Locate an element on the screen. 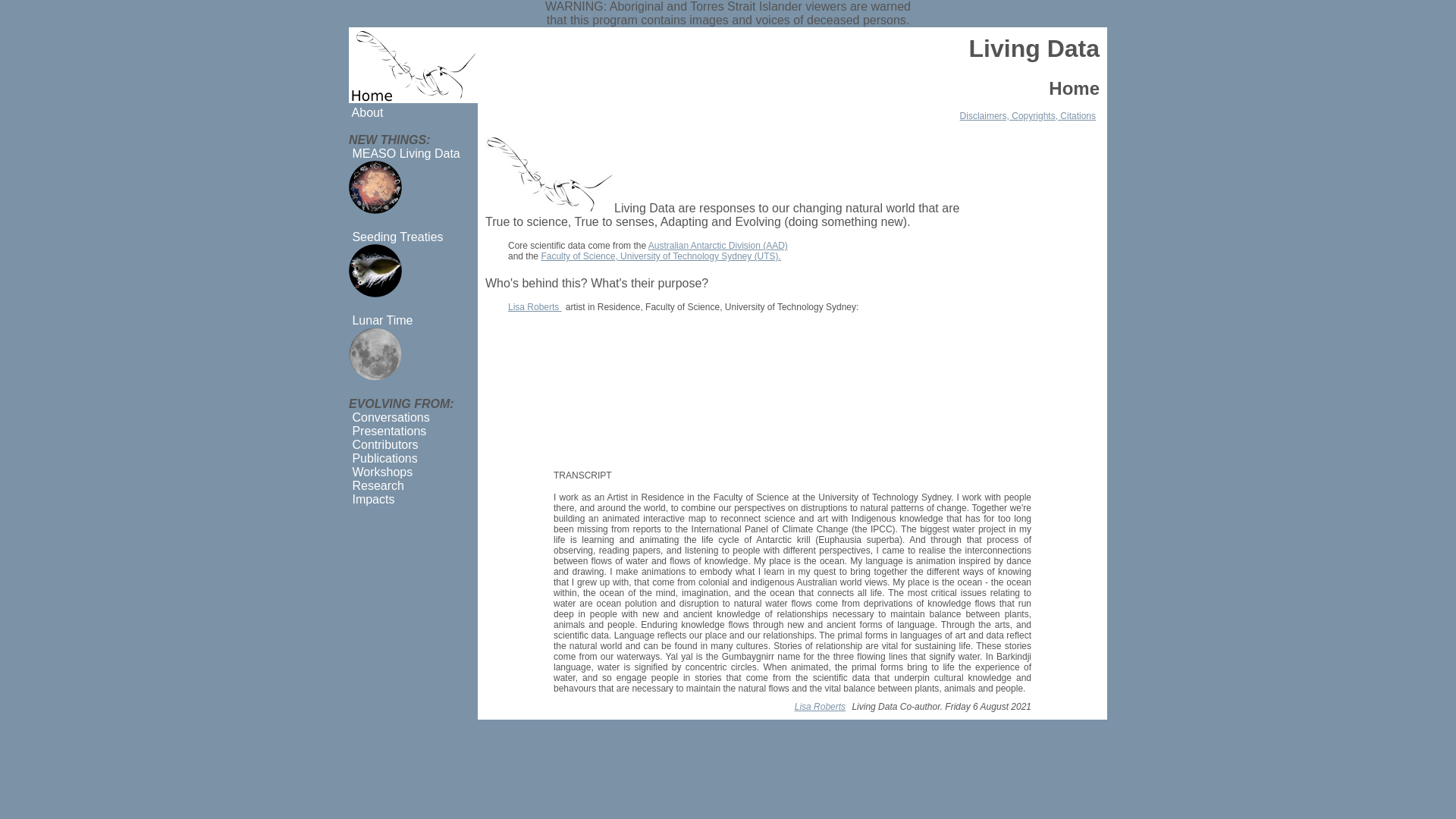 Image resolution: width=1456 pixels, height=819 pixels. 'Disclaimers, Copyrights, Citations' is located at coordinates (1030, 115).